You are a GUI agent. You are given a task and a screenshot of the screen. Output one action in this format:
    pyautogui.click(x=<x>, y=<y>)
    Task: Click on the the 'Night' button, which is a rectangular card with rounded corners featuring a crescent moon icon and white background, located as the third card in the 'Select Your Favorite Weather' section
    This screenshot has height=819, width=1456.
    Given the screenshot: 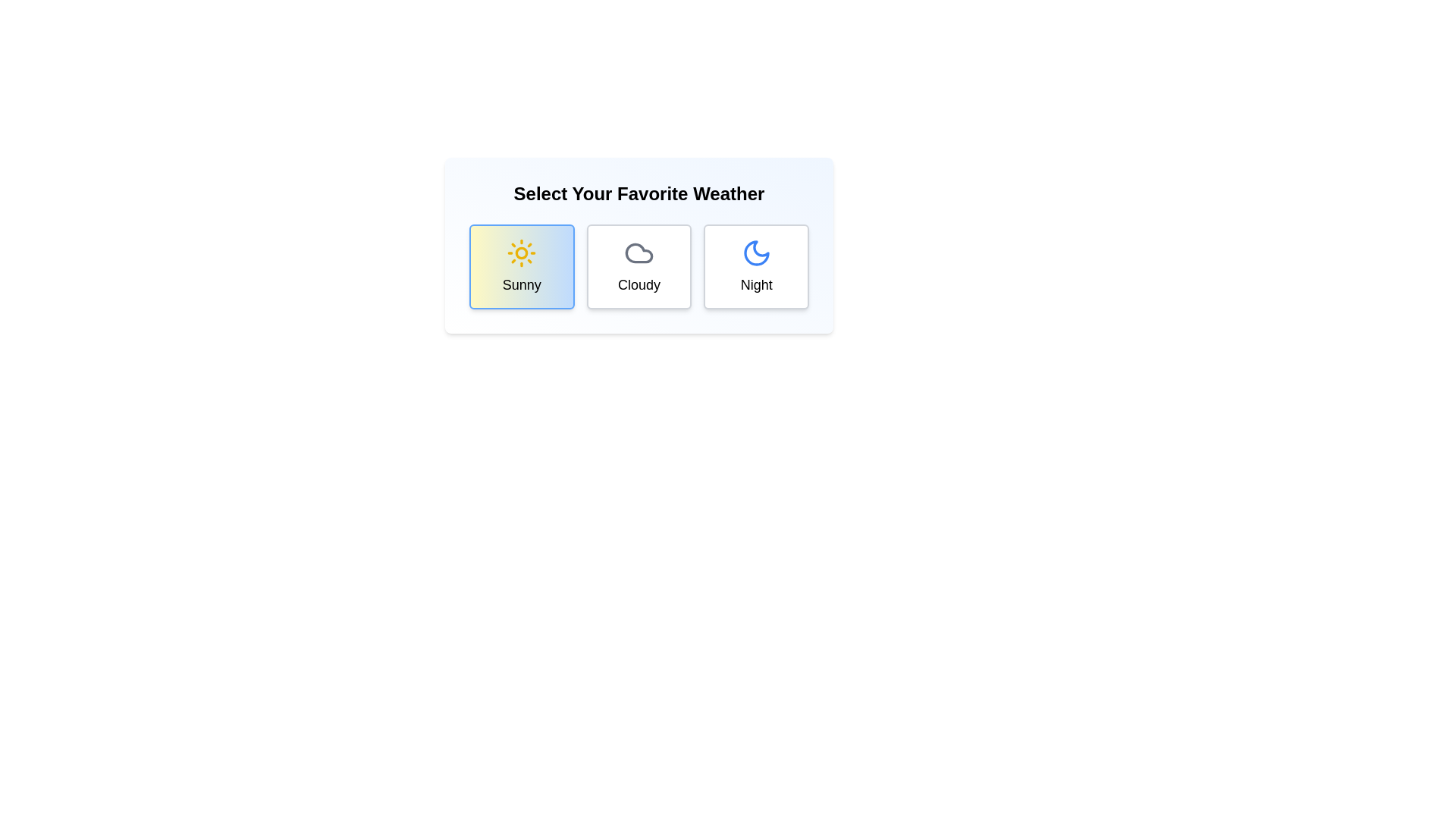 What is the action you would take?
    pyautogui.click(x=756, y=265)
    